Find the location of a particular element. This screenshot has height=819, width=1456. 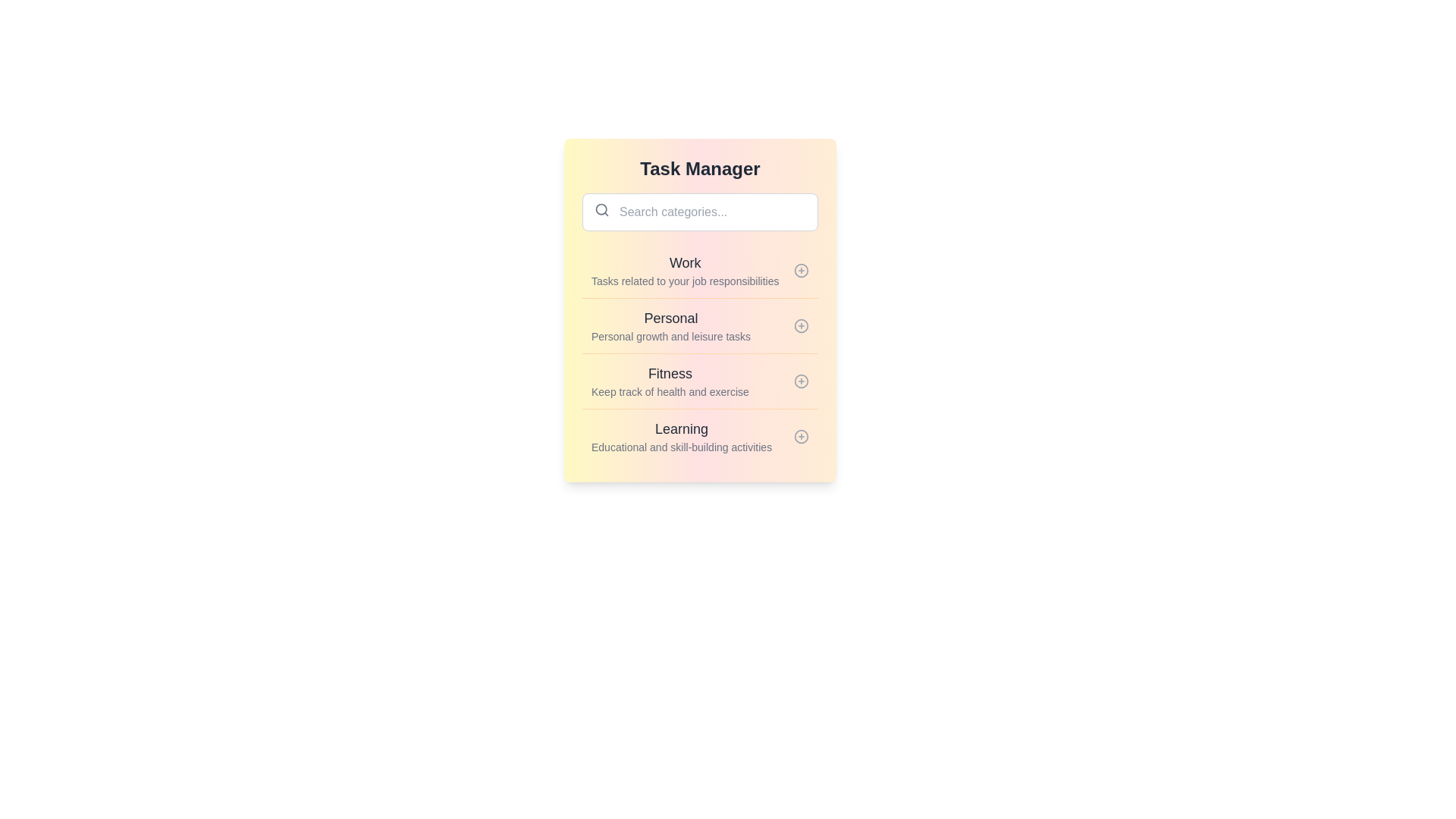

the icon button located in the rightmost area of the list item labeled 'Work' is located at coordinates (800, 270).